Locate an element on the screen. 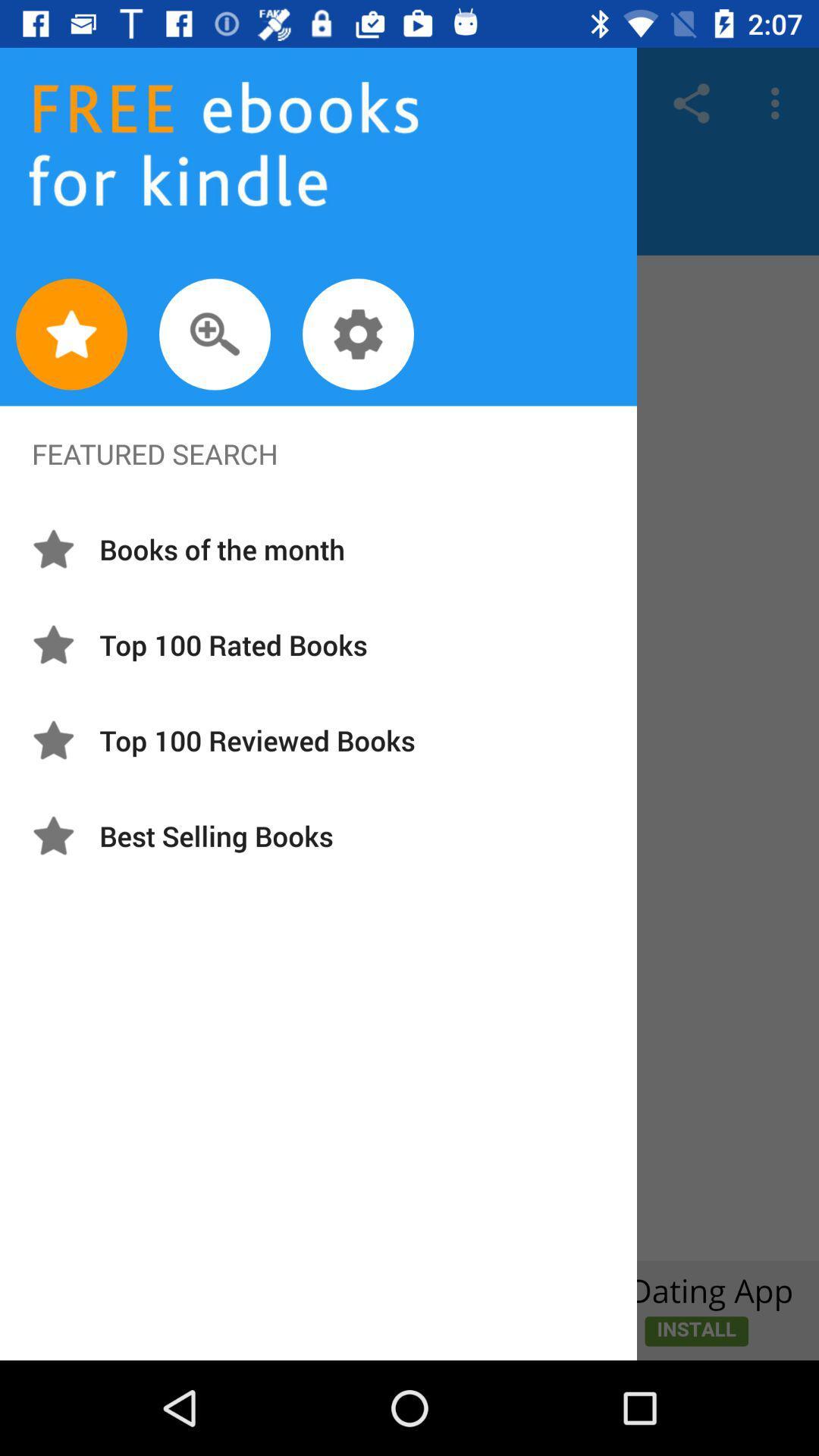  the more icon is located at coordinates (779, 102).